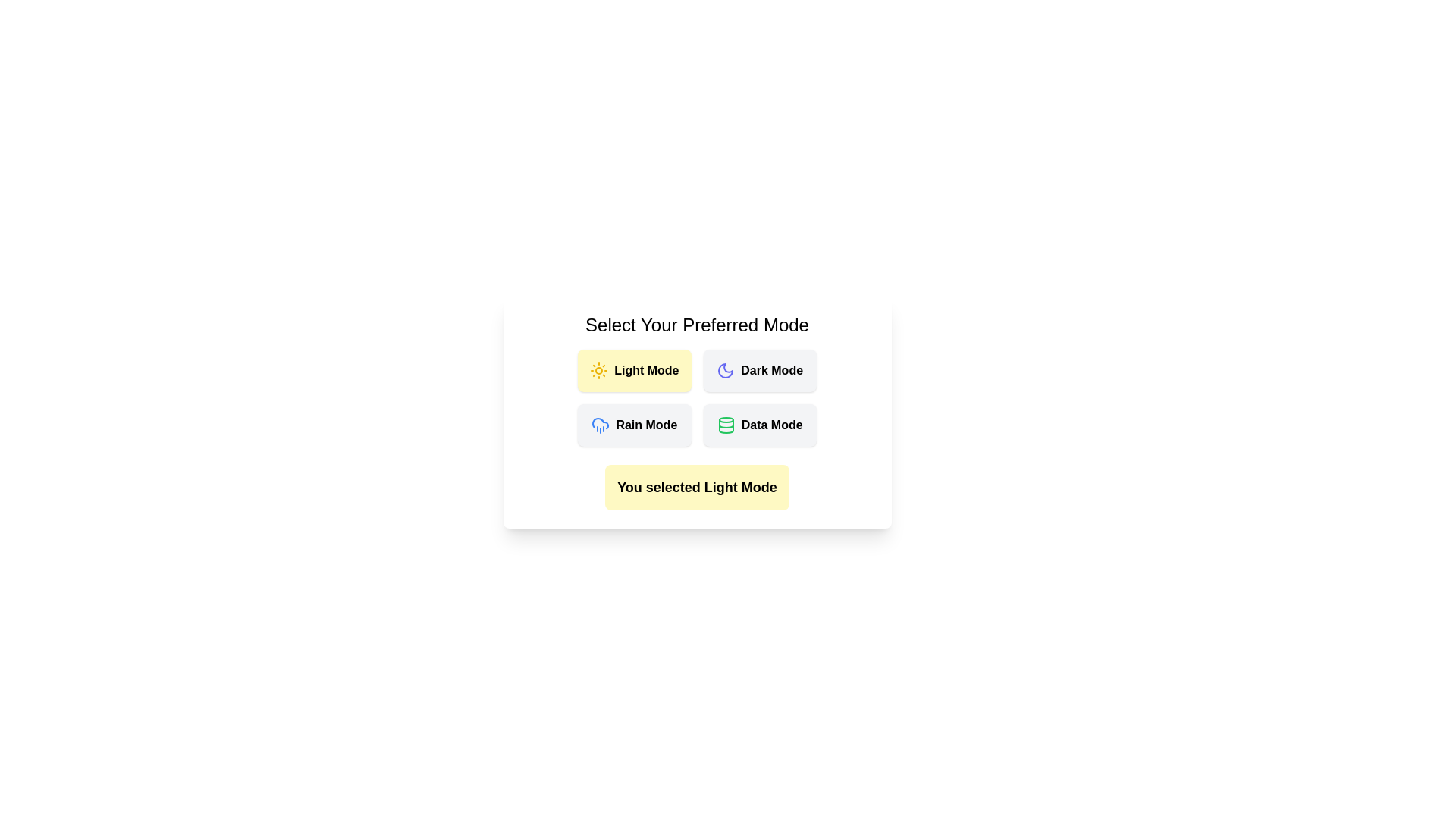  What do you see at coordinates (725, 371) in the screenshot?
I see `the moon-shaped icon styled with a curved crescent outline in blue, located near the 'Dark Mode' text in the mode selection section` at bounding box center [725, 371].